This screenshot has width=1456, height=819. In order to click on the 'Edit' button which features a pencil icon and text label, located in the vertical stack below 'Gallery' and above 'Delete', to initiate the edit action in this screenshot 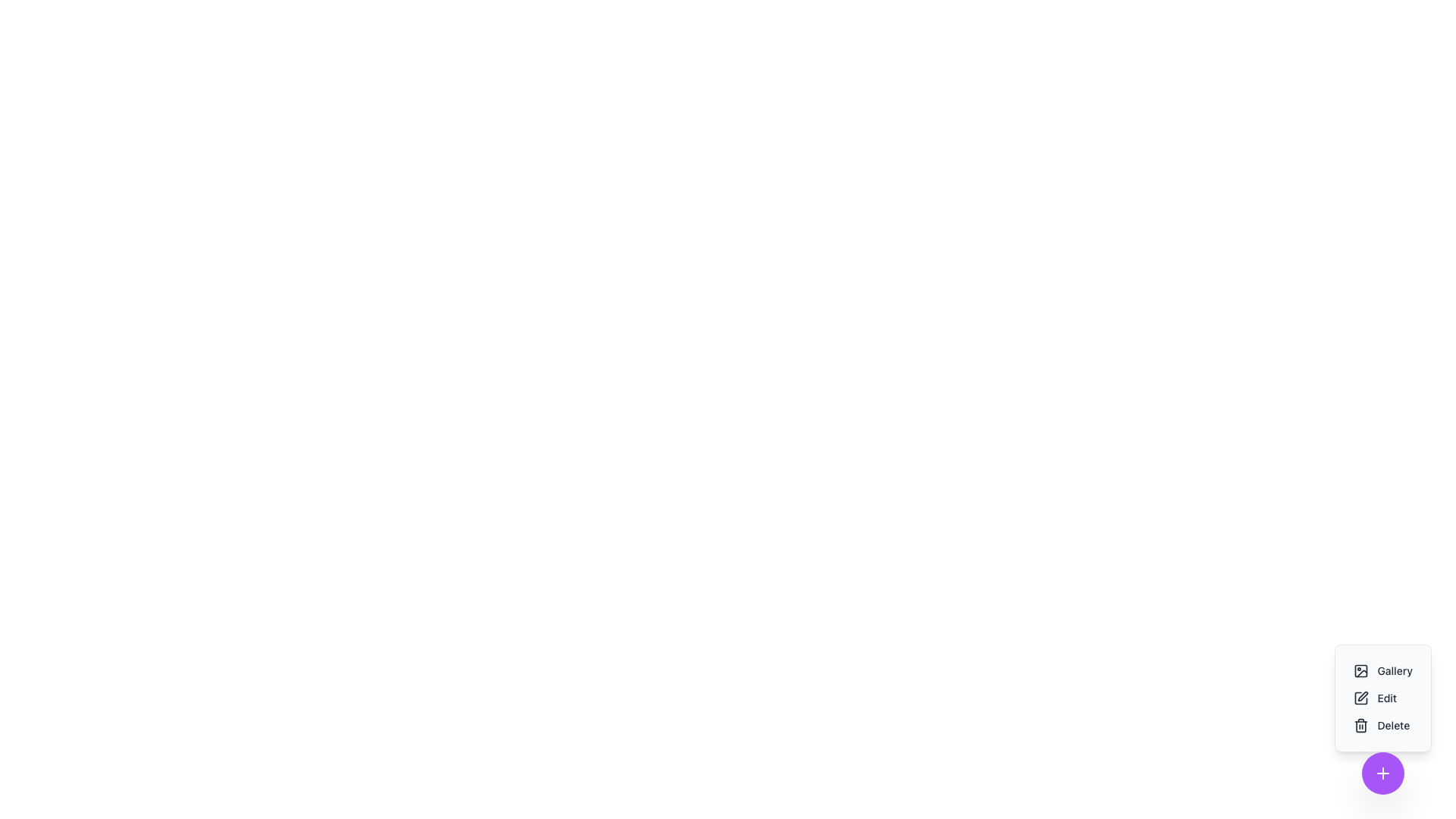, I will do `click(1375, 698)`.